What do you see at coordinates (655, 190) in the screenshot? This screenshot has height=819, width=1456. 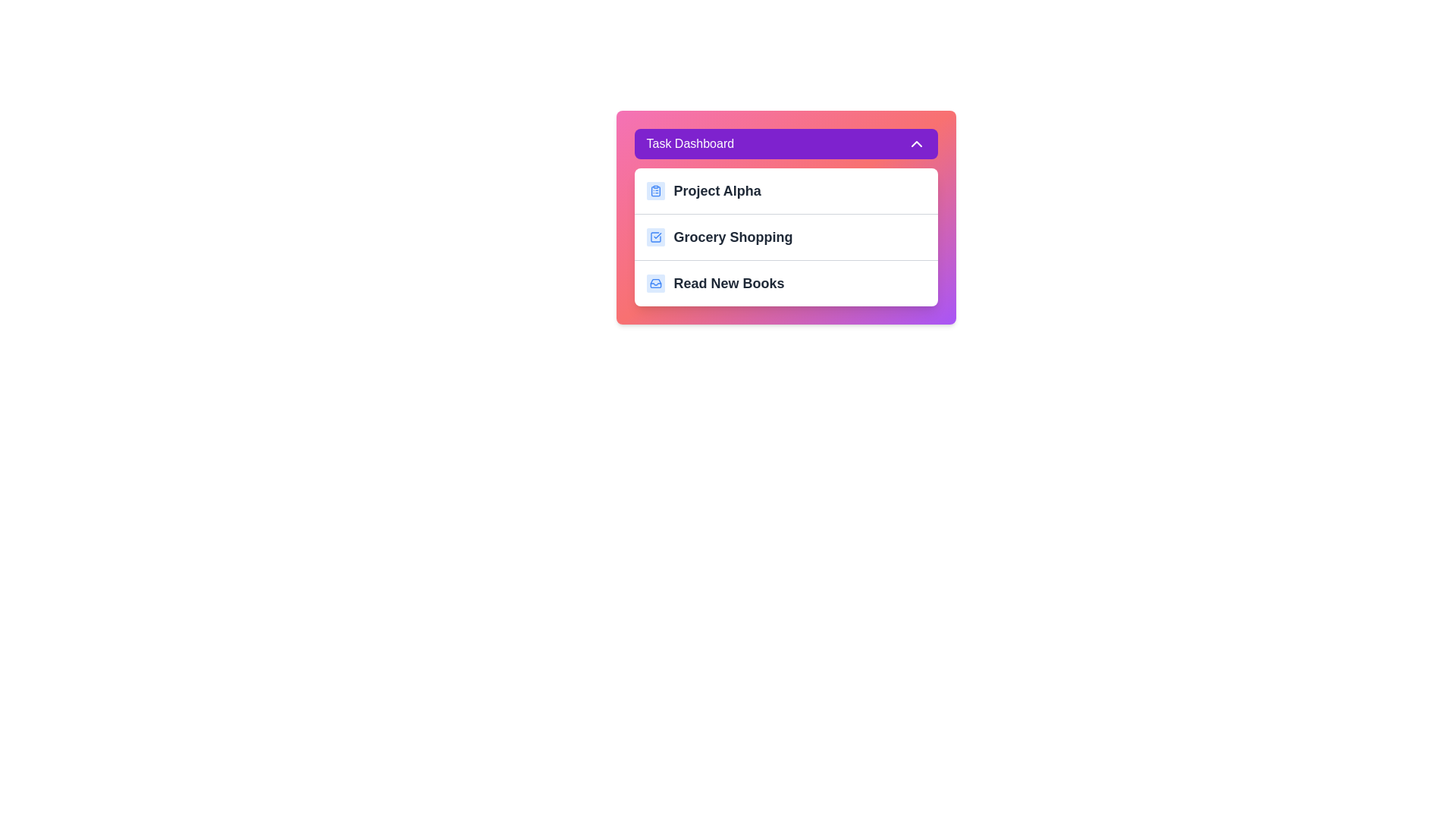 I see `the clipboard icon with a blue outline and white fill, located to the left of the text 'Project Alpha' in the task list interface` at bounding box center [655, 190].